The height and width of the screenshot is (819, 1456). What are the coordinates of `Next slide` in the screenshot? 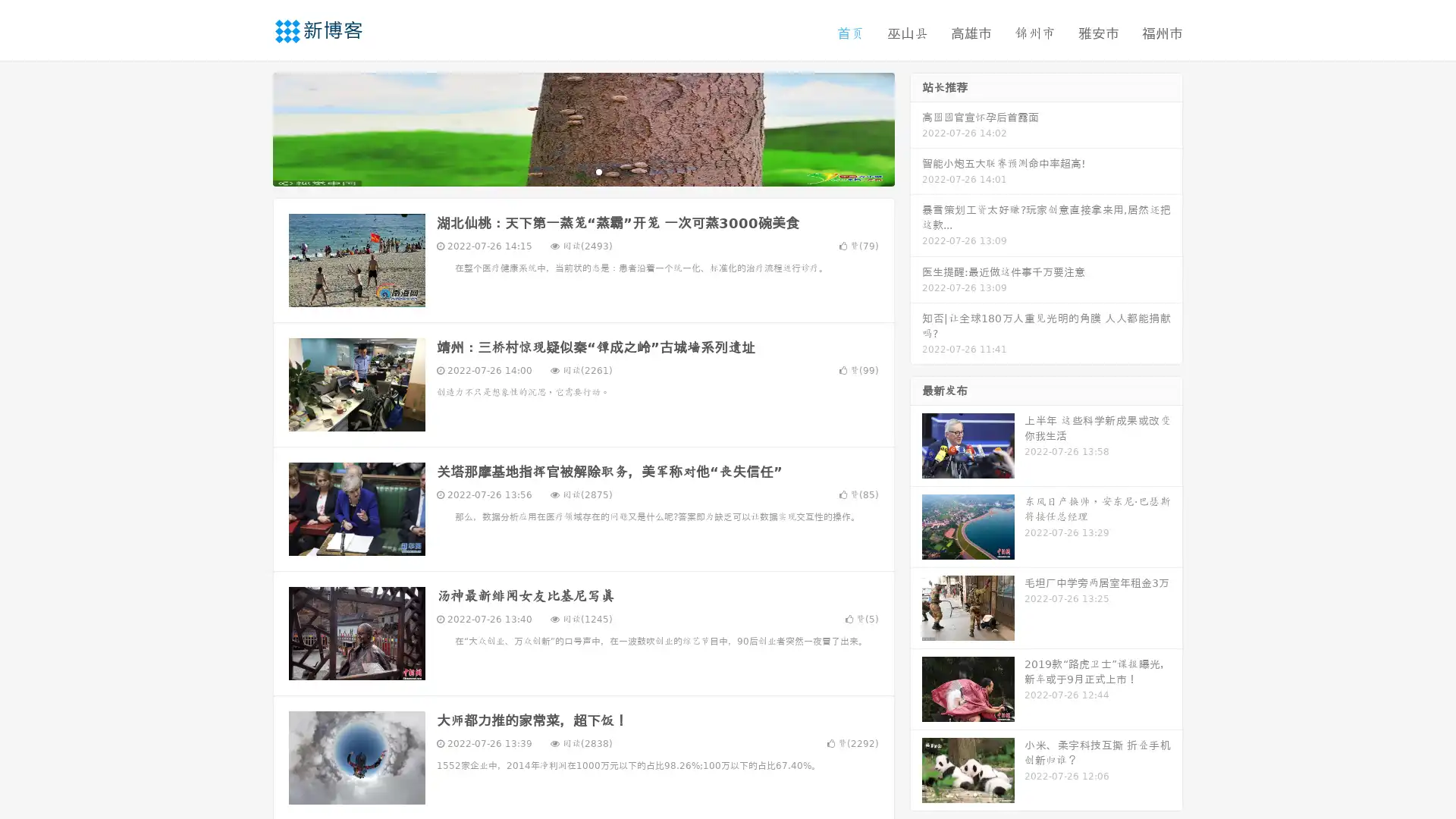 It's located at (916, 127).